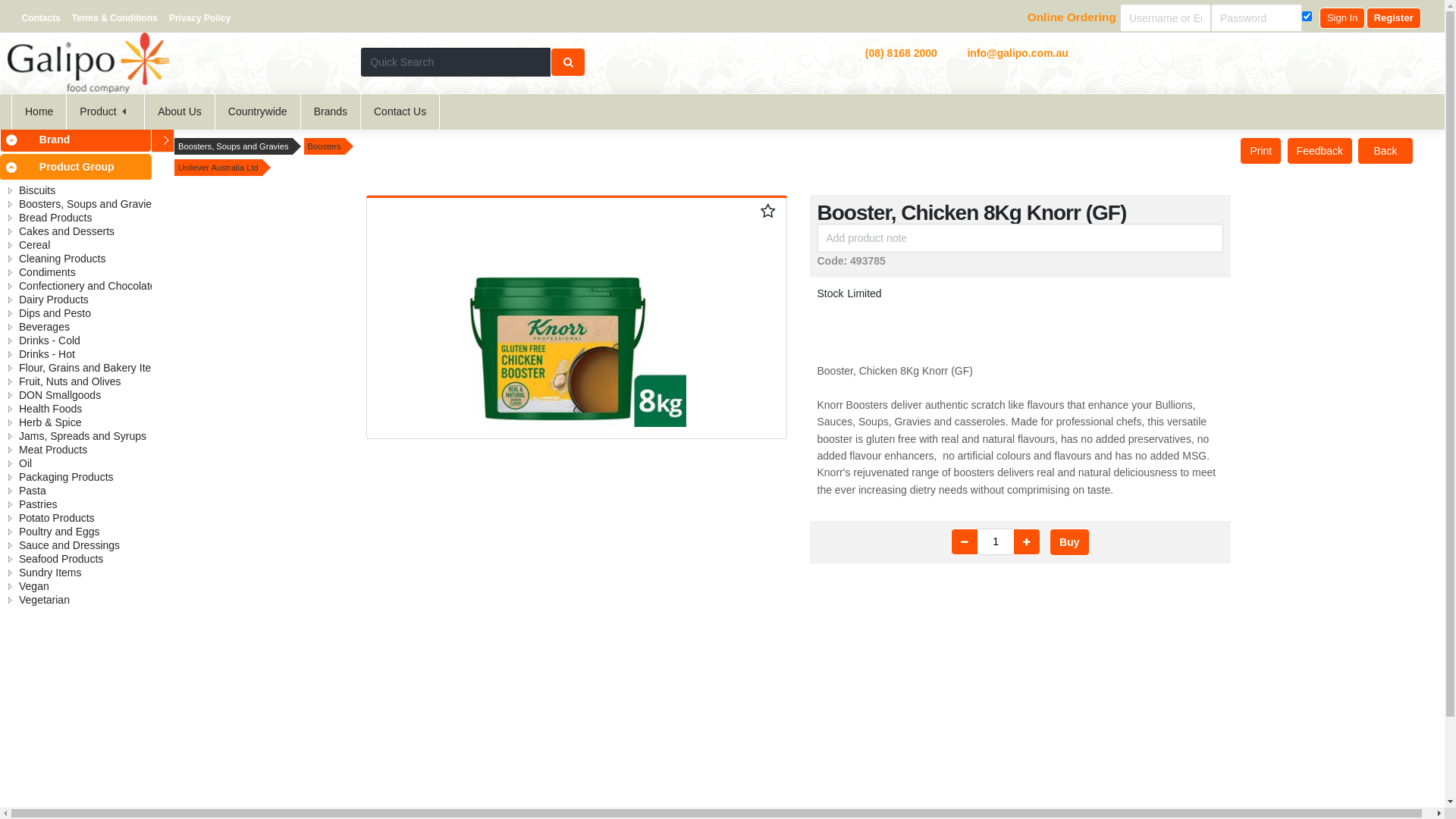 The height and width of the screenshot is (819, 1456). What do you see at coordinates (17, 573) in the screenshot?
I see `'Sundry Items'` at bounding box center [17, 573].